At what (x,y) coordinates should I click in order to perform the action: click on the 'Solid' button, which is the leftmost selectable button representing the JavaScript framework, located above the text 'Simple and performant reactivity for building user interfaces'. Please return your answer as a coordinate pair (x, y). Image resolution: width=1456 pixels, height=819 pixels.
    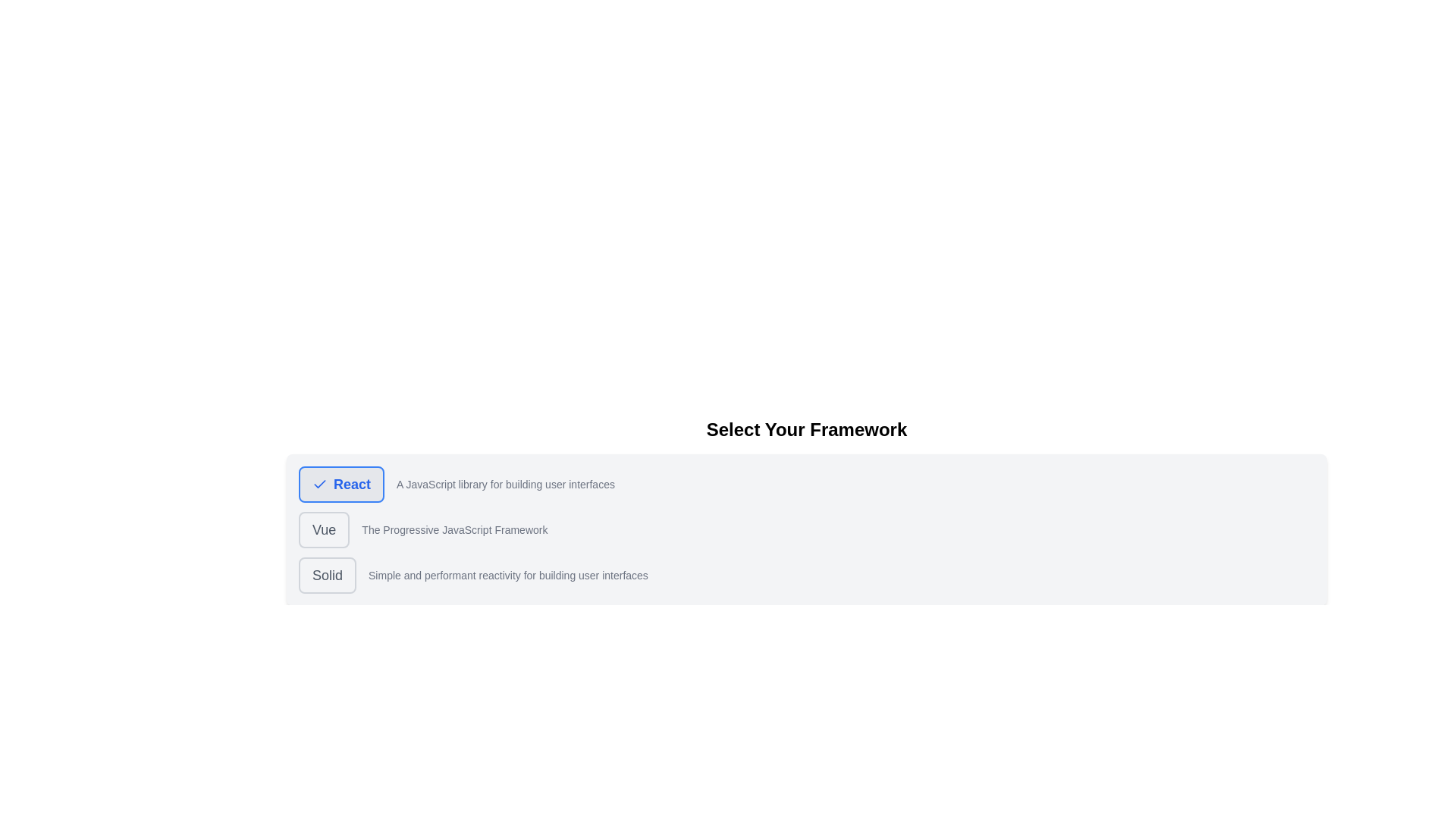
    Looking at the image, I should click on (327, 576).